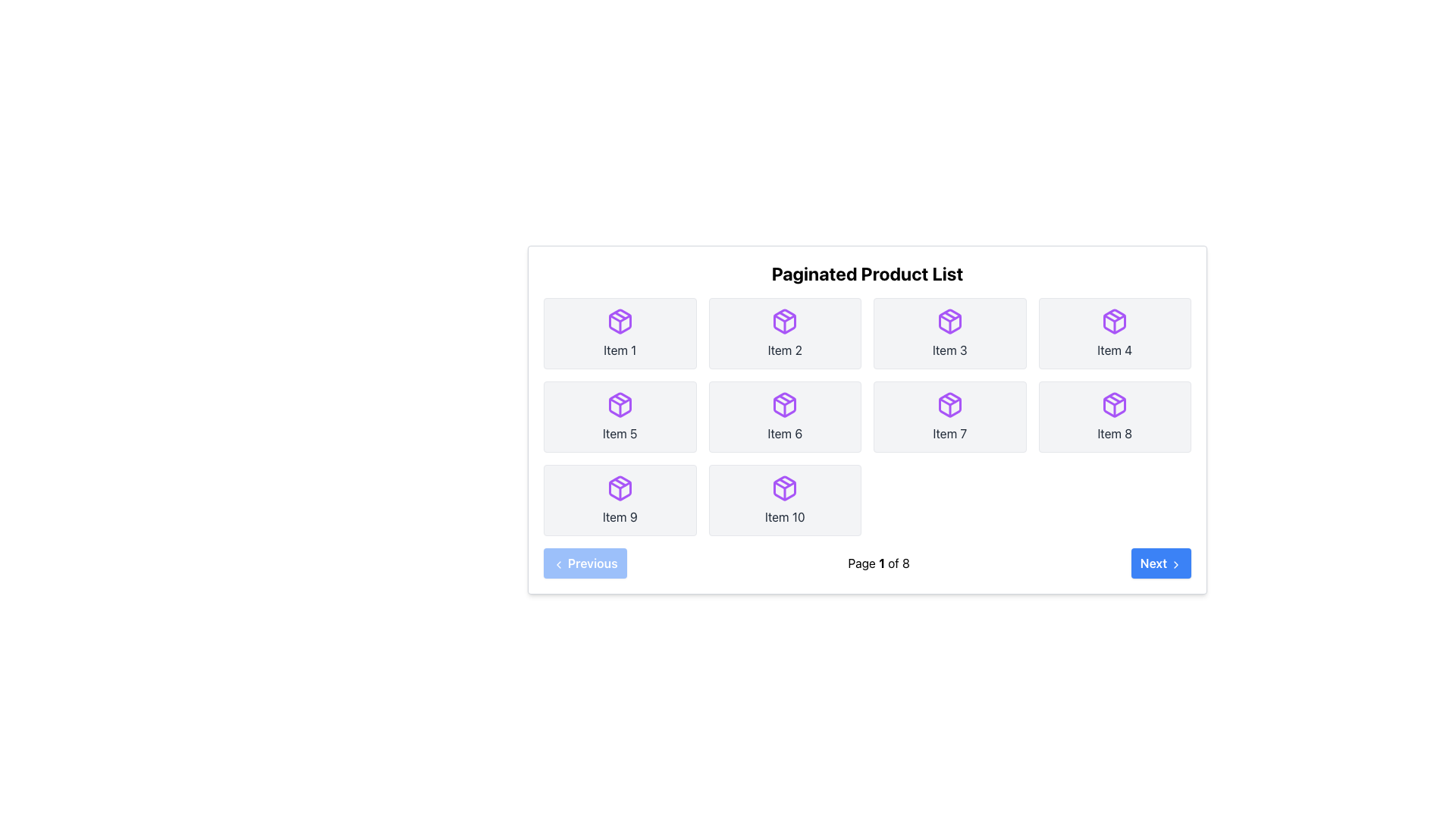  What do you see at coordinates (1160, 563) in the screenshot?
I see `the blue 'Next' button with a rightward arrow icon` at bounding box center [1160, 563].